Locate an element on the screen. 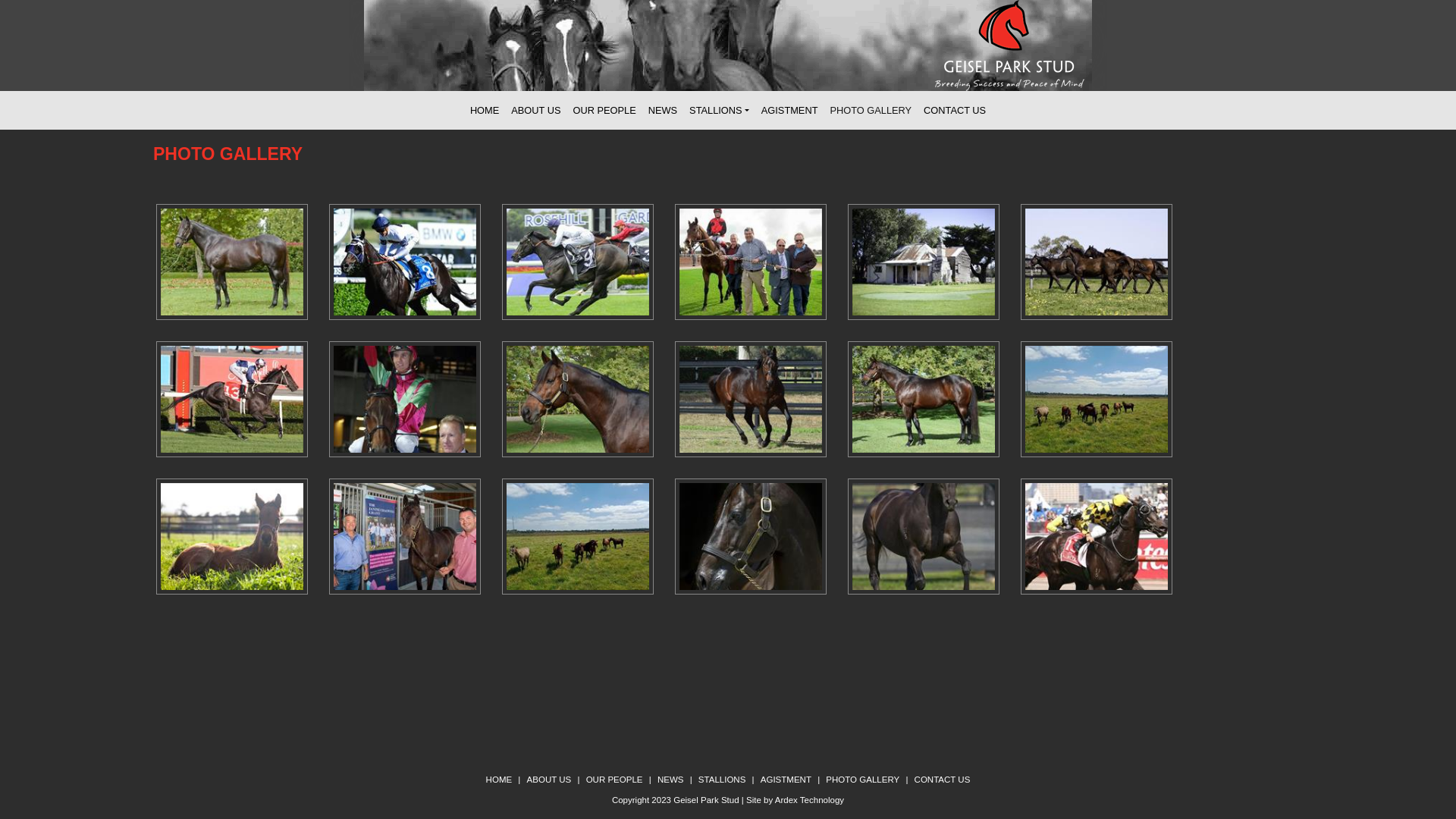 The width and height of the screenshot is (1456, 819). 'CONTACT US' is located at coordinates (913, 780).